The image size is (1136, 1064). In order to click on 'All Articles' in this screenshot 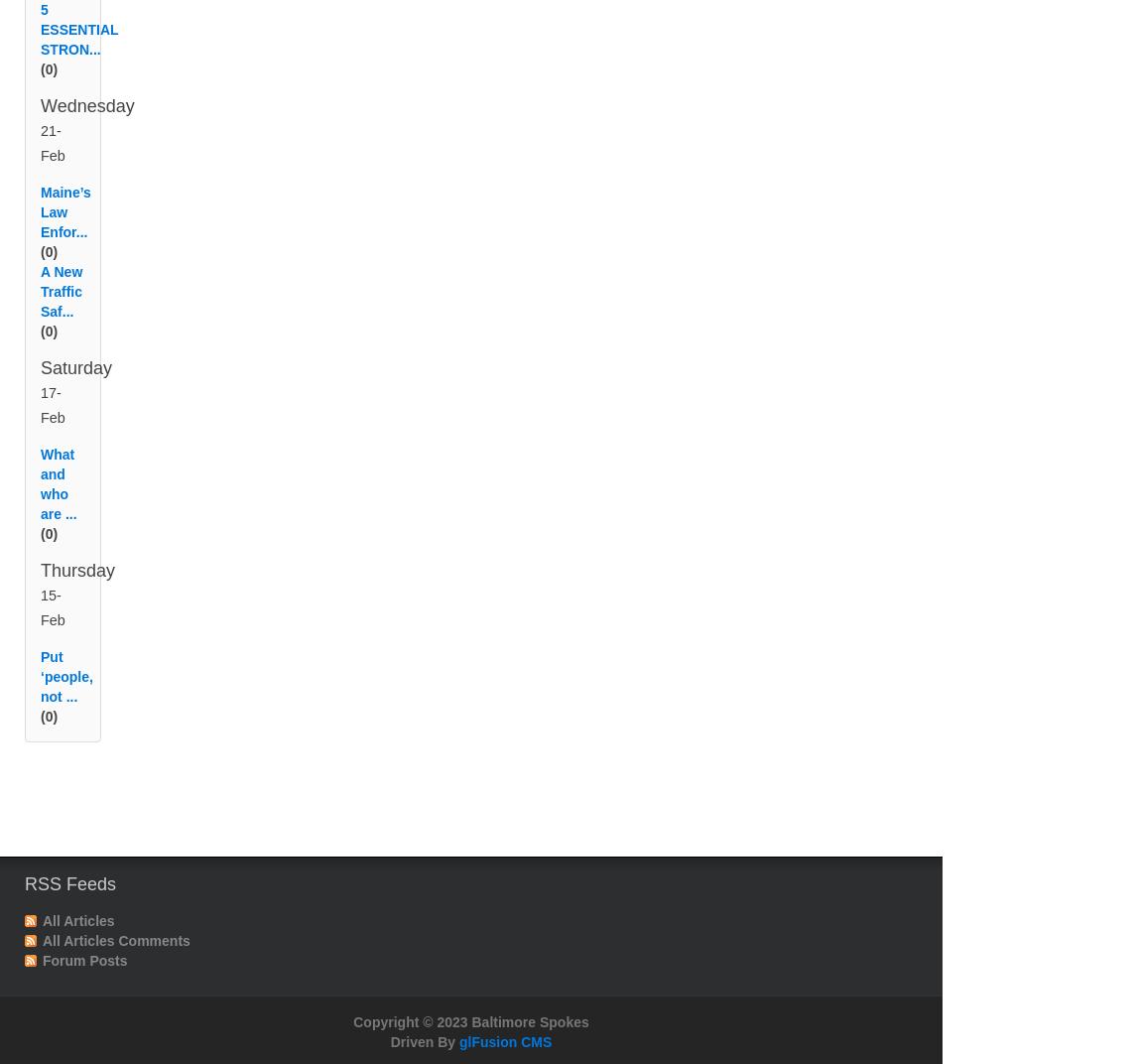, I will do `click(78, 944)`.